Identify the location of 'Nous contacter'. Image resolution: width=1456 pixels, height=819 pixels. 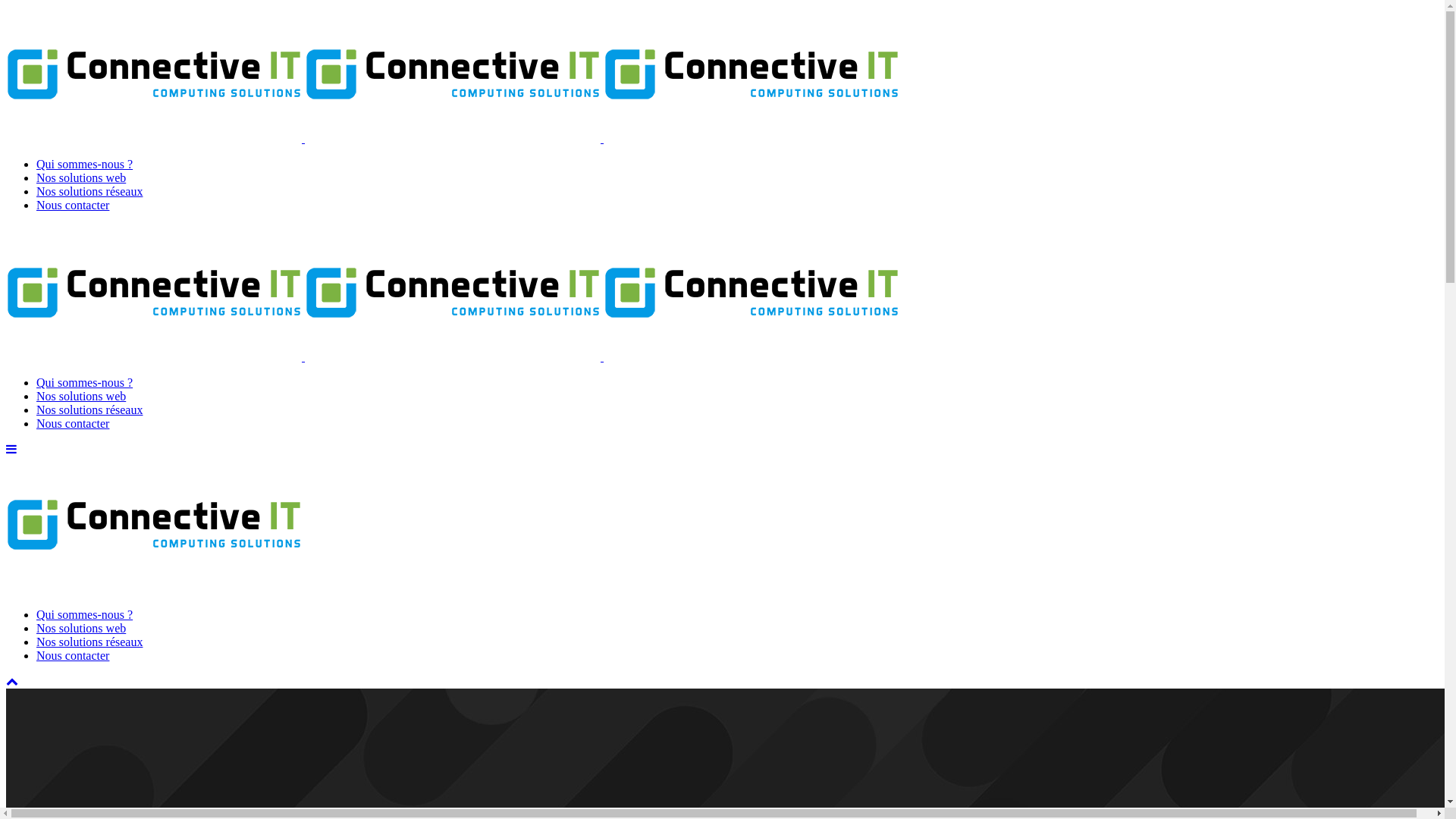
(72, 654).